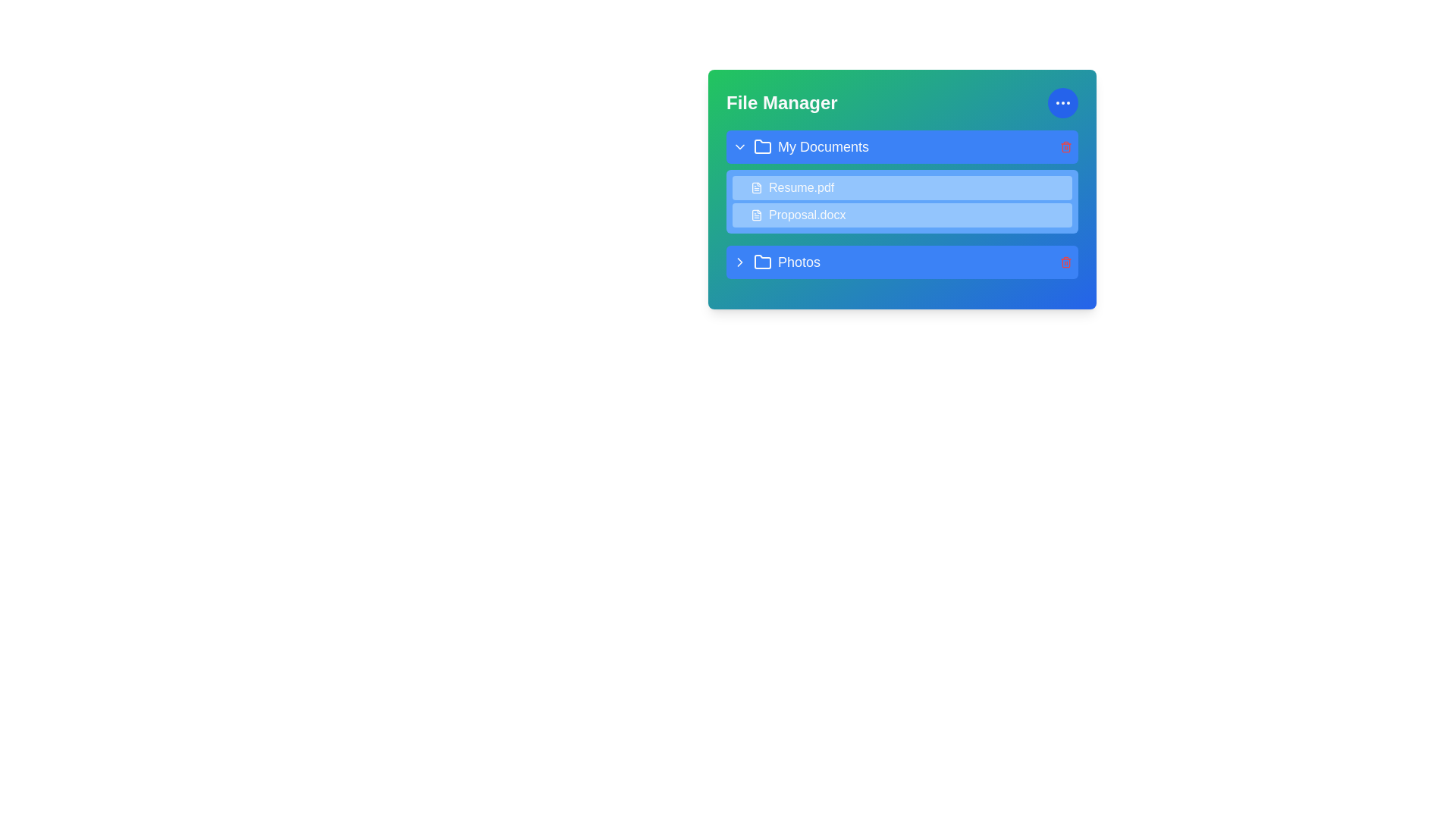  I want to click on the 'My Documents' button located at the top of the list in the file manager interface to trigger a color change, so click(902, 146).